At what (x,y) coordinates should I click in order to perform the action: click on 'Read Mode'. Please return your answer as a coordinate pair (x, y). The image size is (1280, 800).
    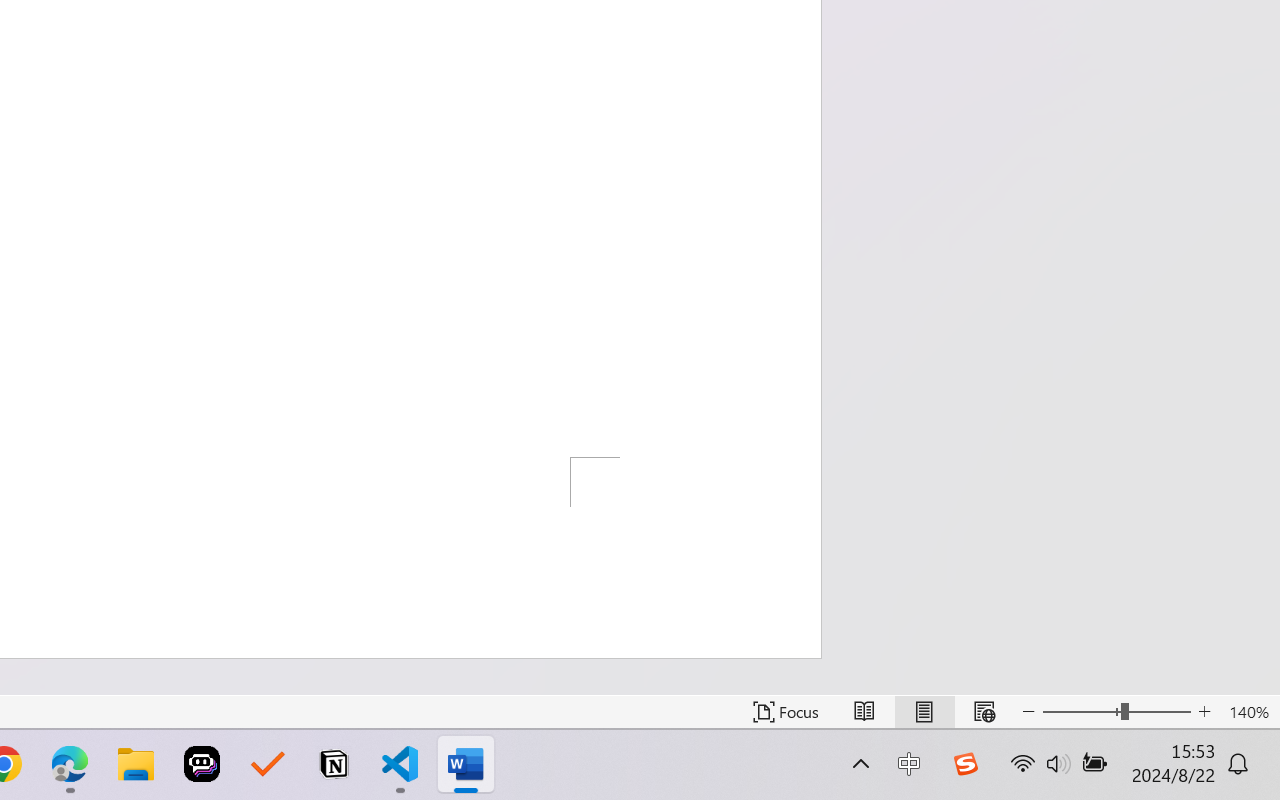
    Looking at the image, I should click on (864, 711).